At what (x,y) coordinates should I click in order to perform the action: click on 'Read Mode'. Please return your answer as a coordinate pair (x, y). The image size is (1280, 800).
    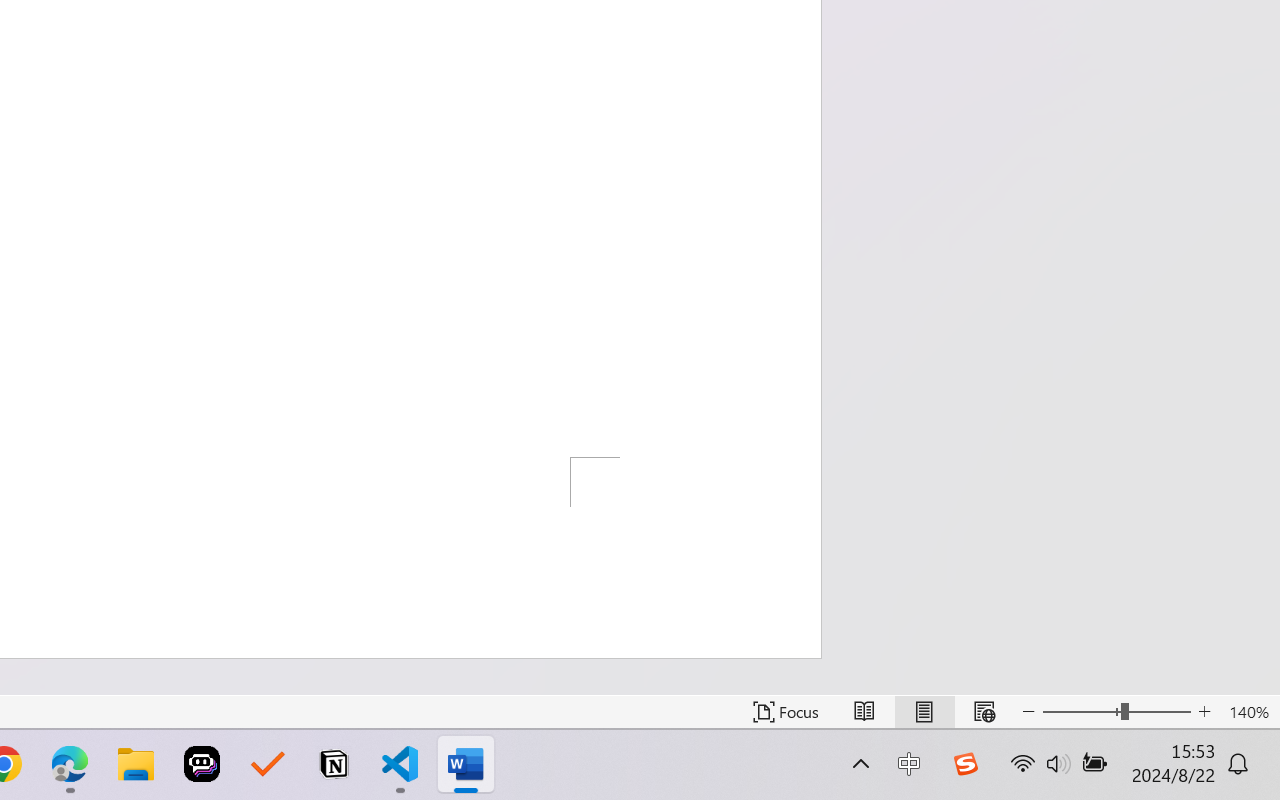
    Looking at the image, I should click on (864, 711).